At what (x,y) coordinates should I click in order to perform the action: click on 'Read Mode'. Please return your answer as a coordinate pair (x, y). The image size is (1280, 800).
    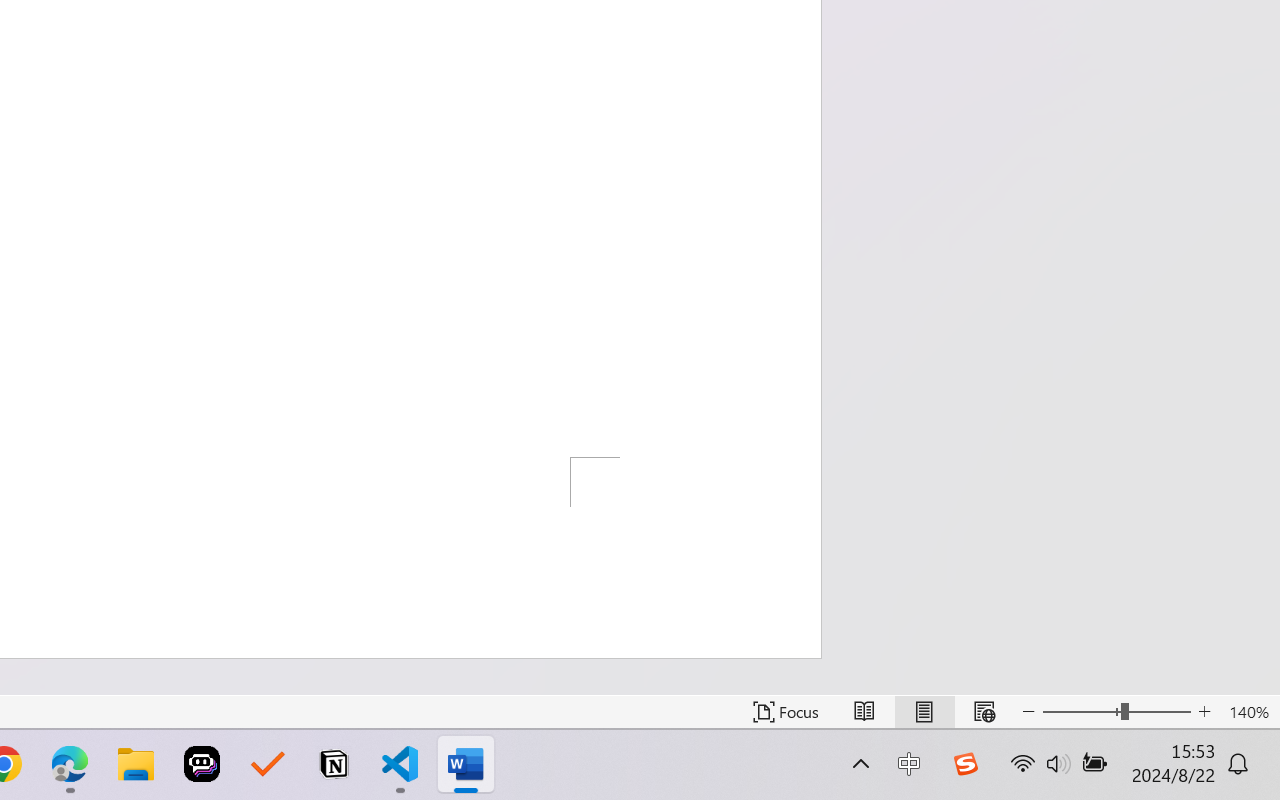
    Looking at the image, I should click on (864, 711).